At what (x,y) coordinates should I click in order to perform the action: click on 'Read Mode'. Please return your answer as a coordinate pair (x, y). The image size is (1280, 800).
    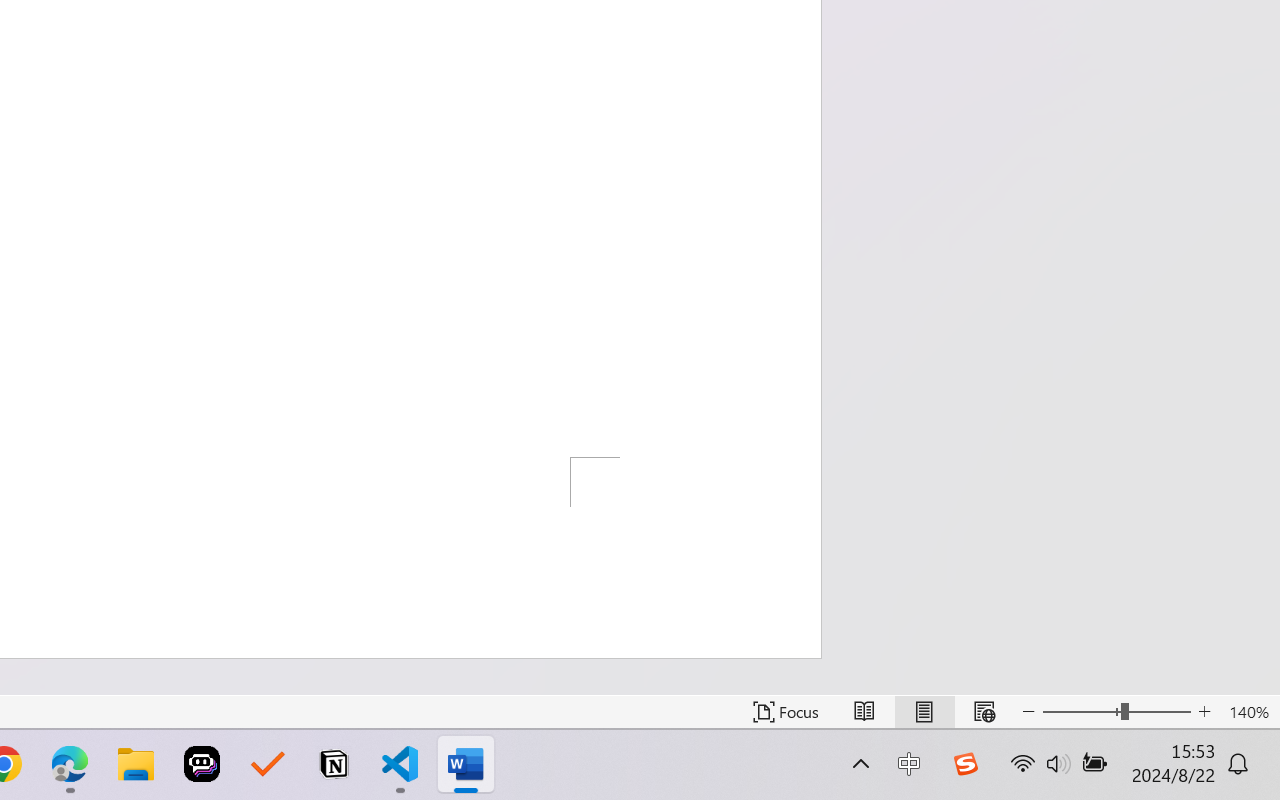
    Looking at the image, I should click on (864, 711).